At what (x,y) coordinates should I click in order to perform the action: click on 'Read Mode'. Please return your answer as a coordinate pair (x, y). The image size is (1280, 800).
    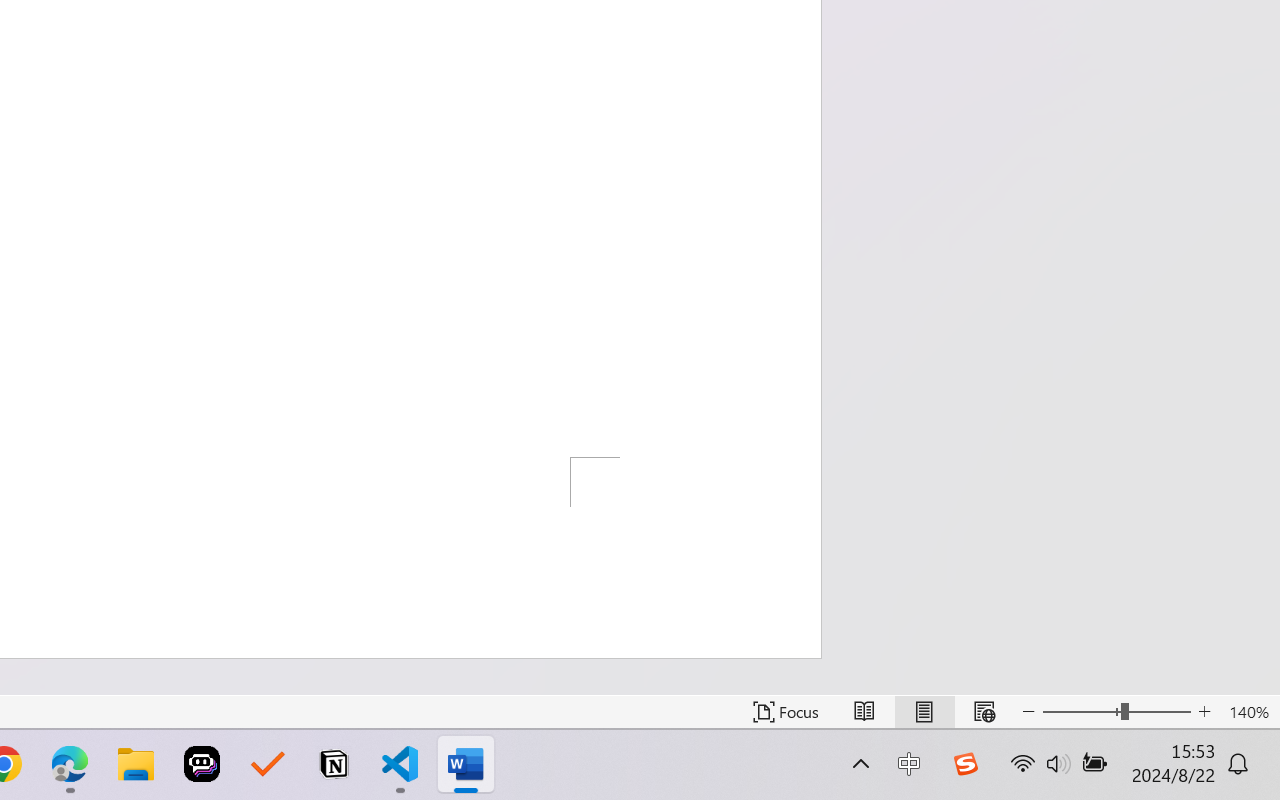
    Looking at the image, I should click on (864, 711).